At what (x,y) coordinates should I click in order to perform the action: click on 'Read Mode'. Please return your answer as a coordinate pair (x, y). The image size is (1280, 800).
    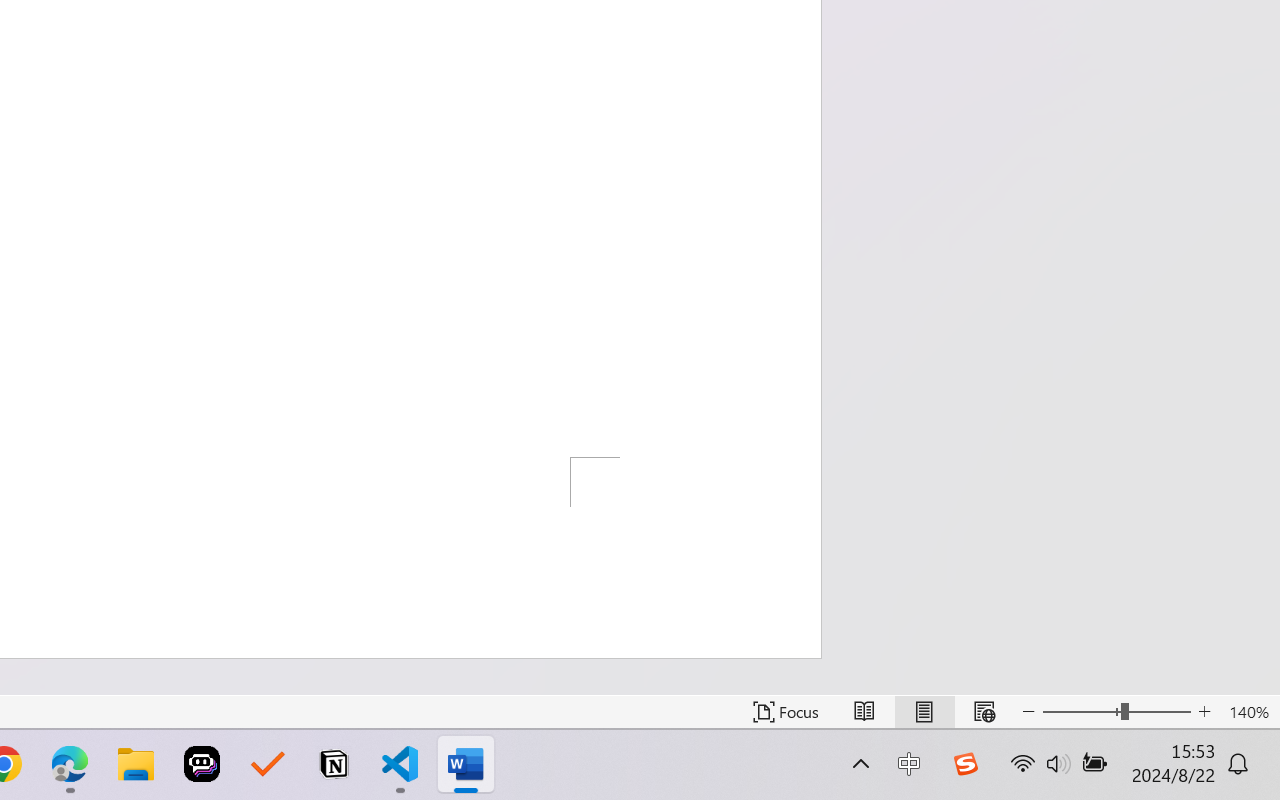
    Looking at the image, I should click on (864, 711).